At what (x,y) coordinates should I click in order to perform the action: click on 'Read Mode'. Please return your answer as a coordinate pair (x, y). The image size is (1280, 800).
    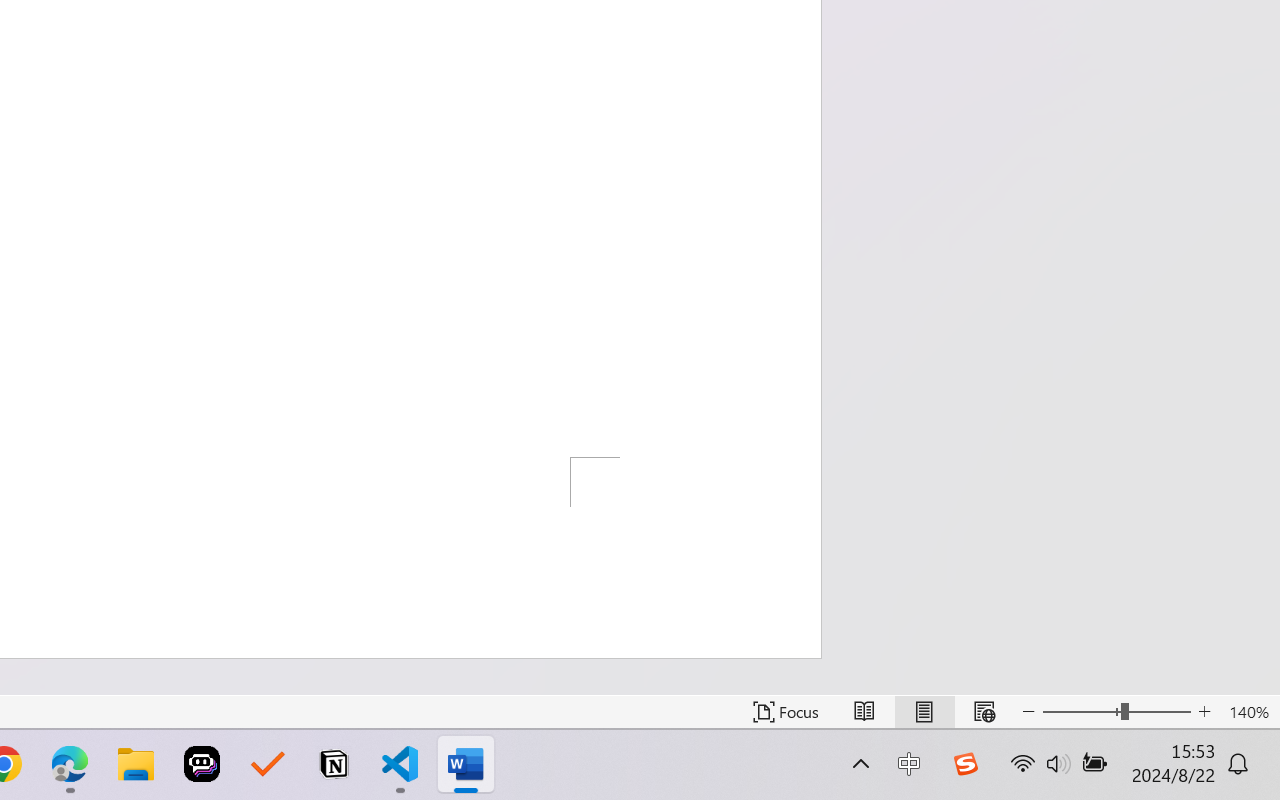
    Looking at the image, I should click on (864, 711).